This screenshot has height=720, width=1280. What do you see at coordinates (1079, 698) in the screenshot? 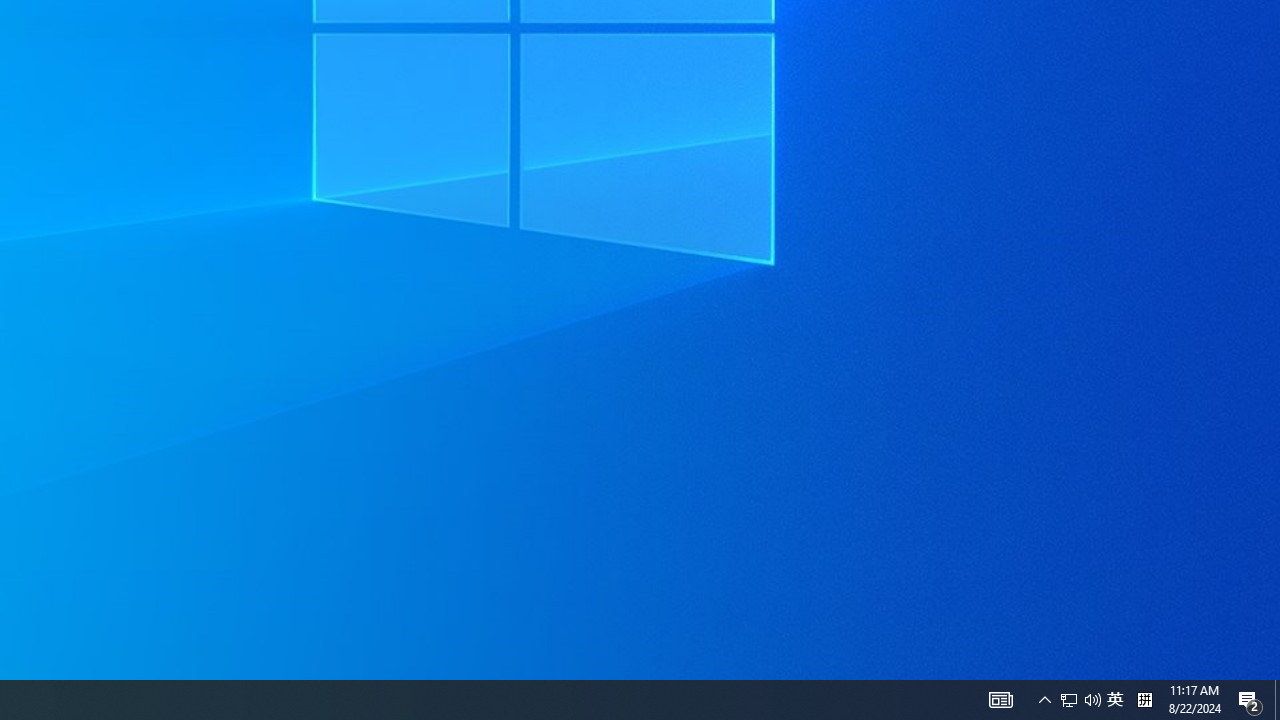
I see `'Tray Input Indicator - Chinese (Simplified, China)'` at bounding box center [1079, 698].